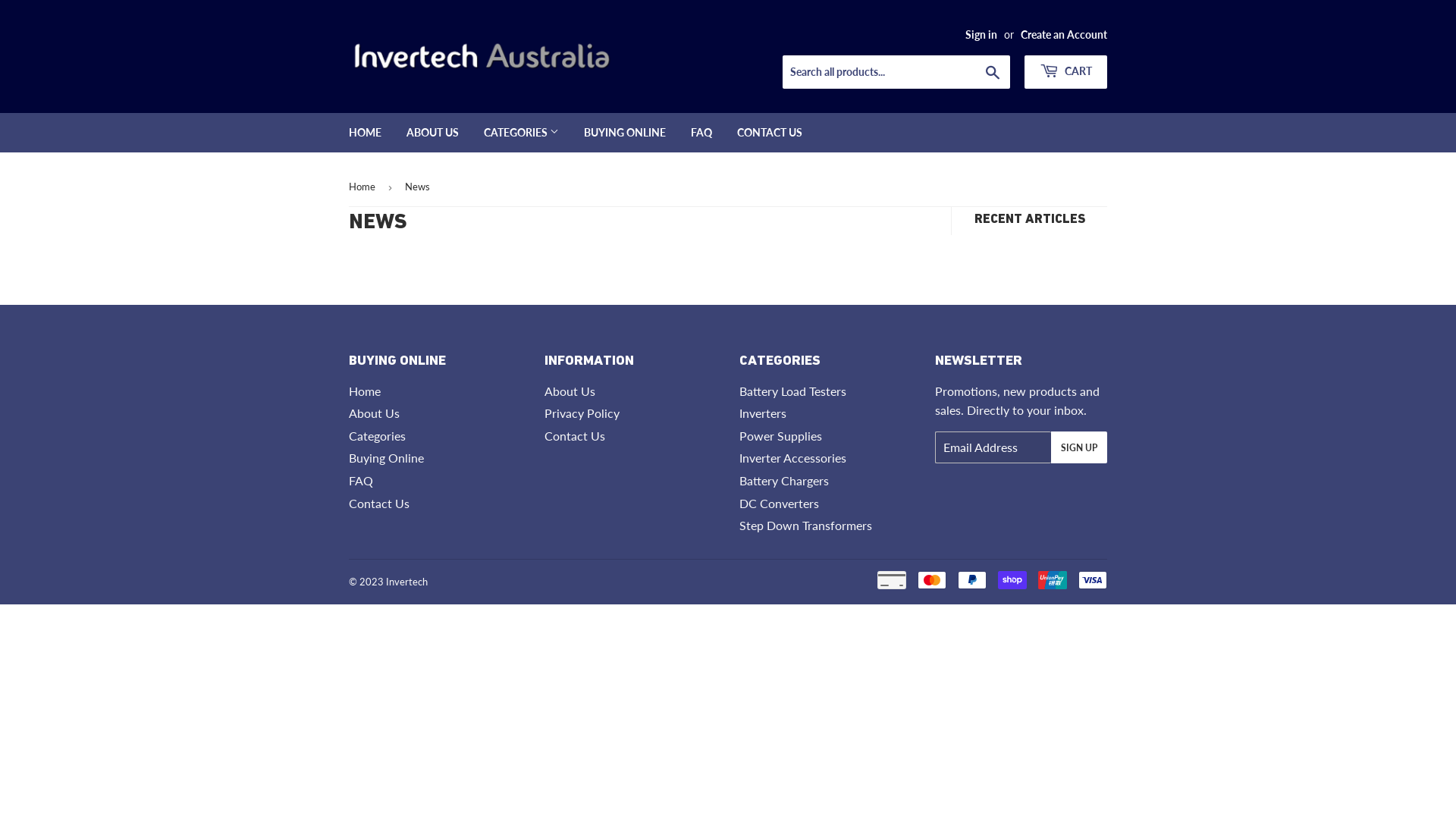  Describe the element at coordinates (359, 480) in the screenshot. I see `'FAQ'` at that location.